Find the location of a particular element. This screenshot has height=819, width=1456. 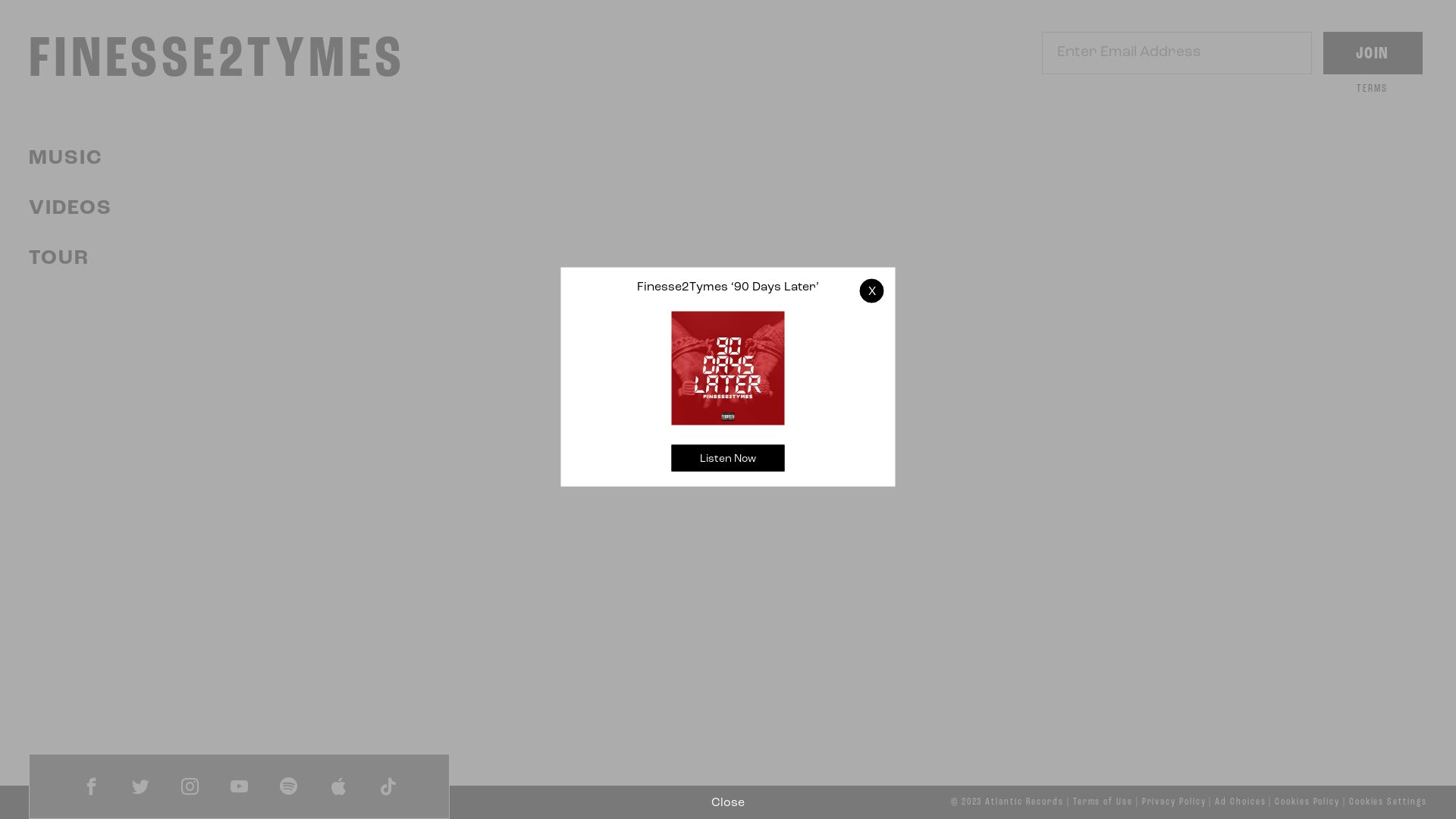

'MUSIC' is located at coordinates (64, 158).